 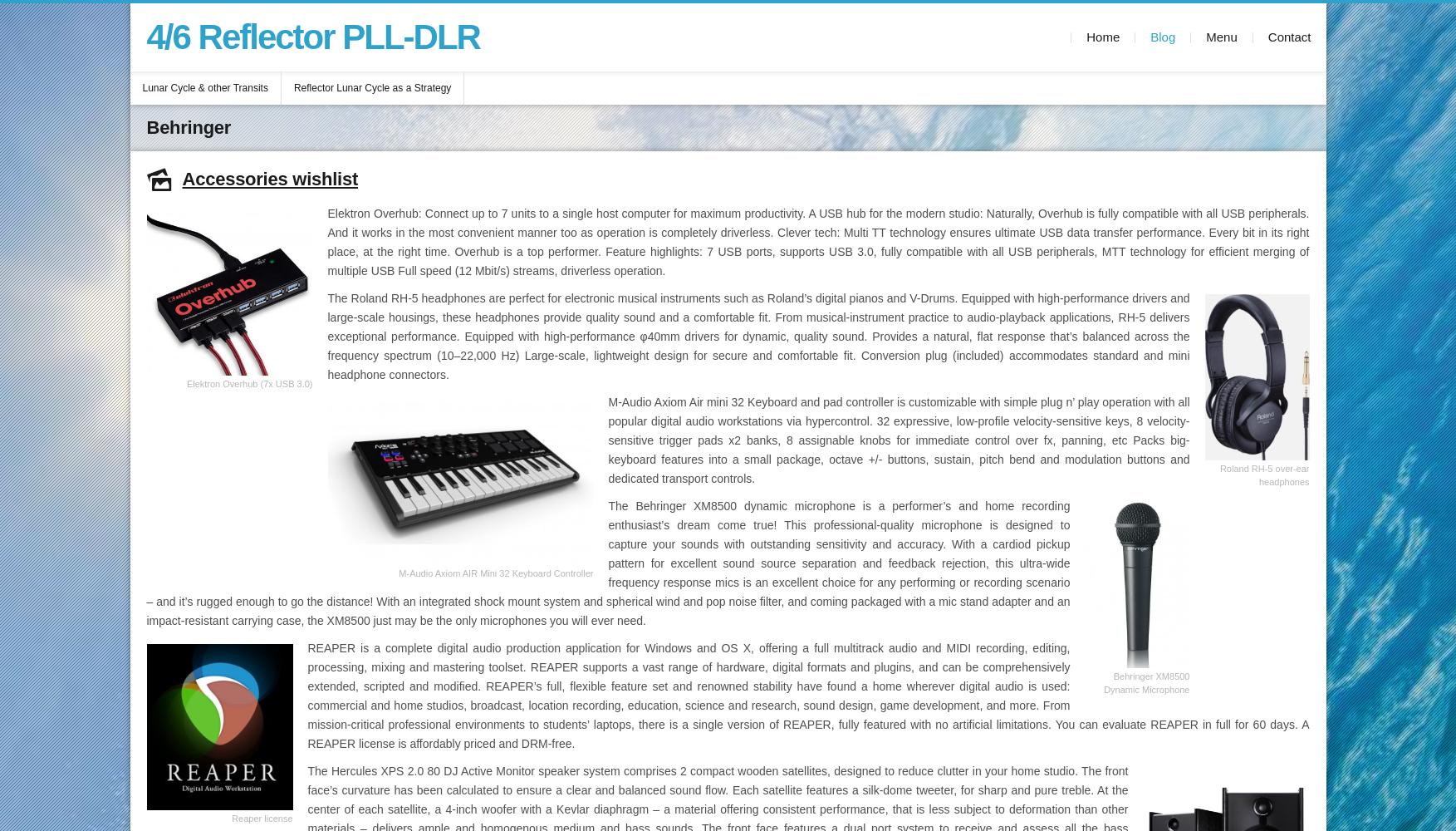 What do you see at coordinates (1221, 37) in the screenshot?
I see `'Menu'` at bounding box center [1221, 37].